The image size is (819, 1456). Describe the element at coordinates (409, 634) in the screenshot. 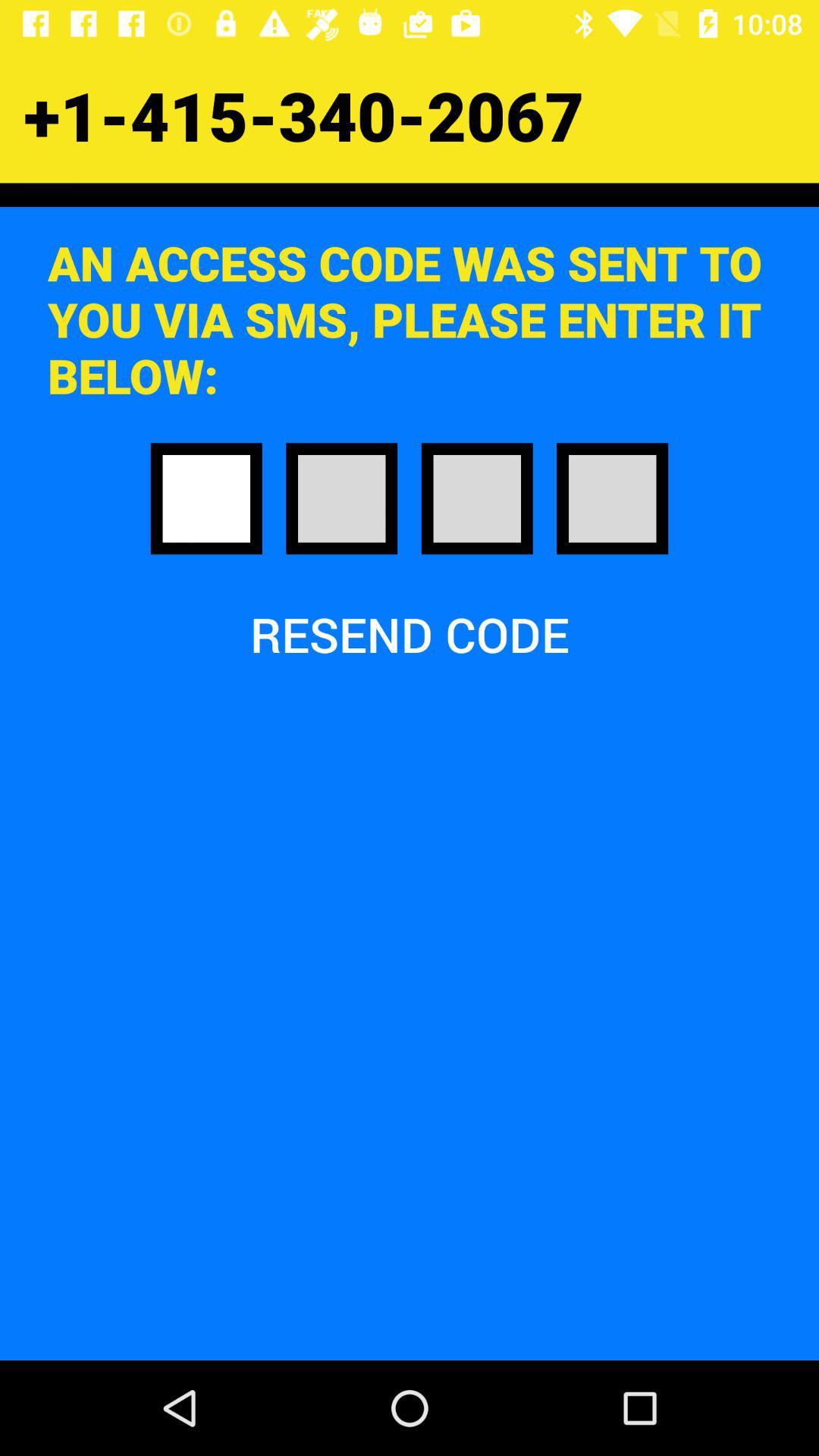

I see `the resend code` at that location.